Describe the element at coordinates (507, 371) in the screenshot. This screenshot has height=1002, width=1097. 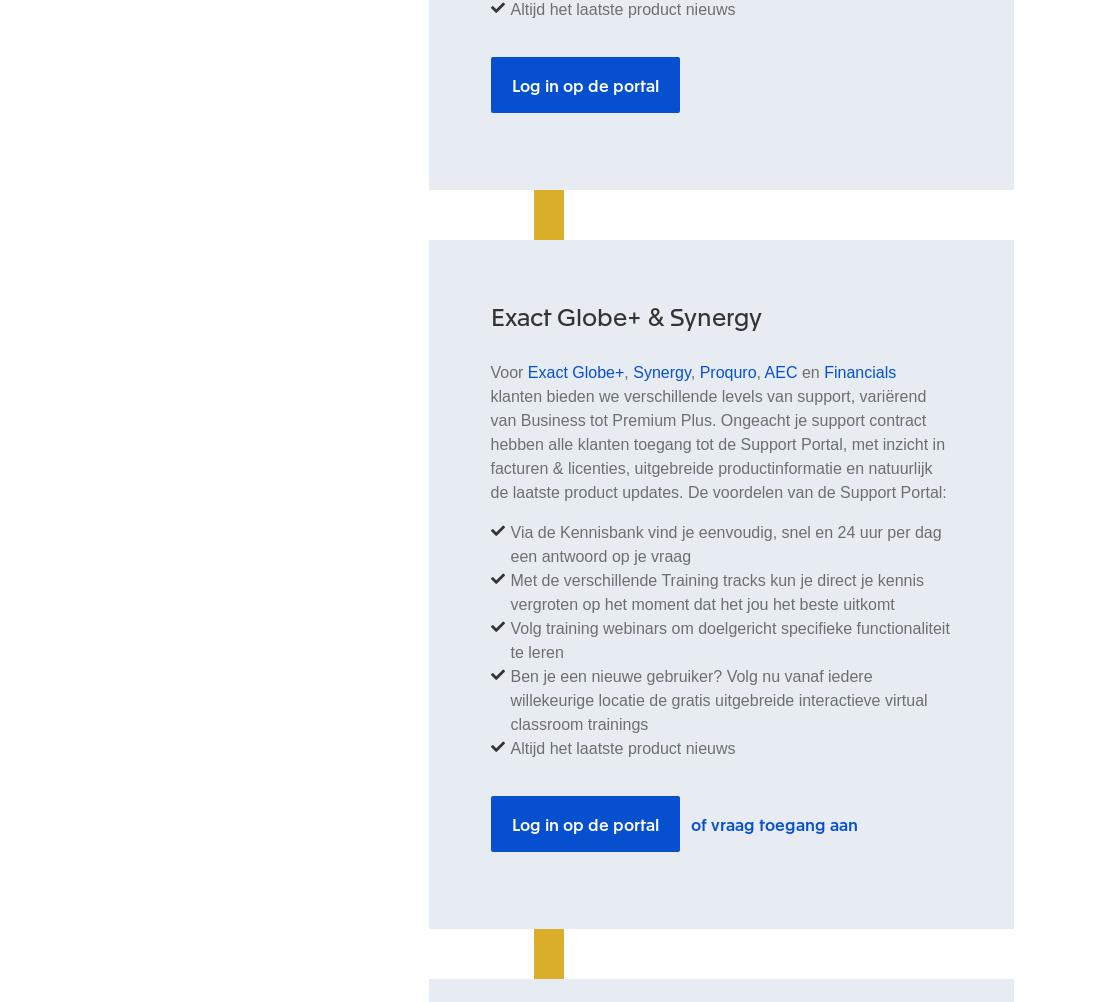
I see `'Voor'` at that location.